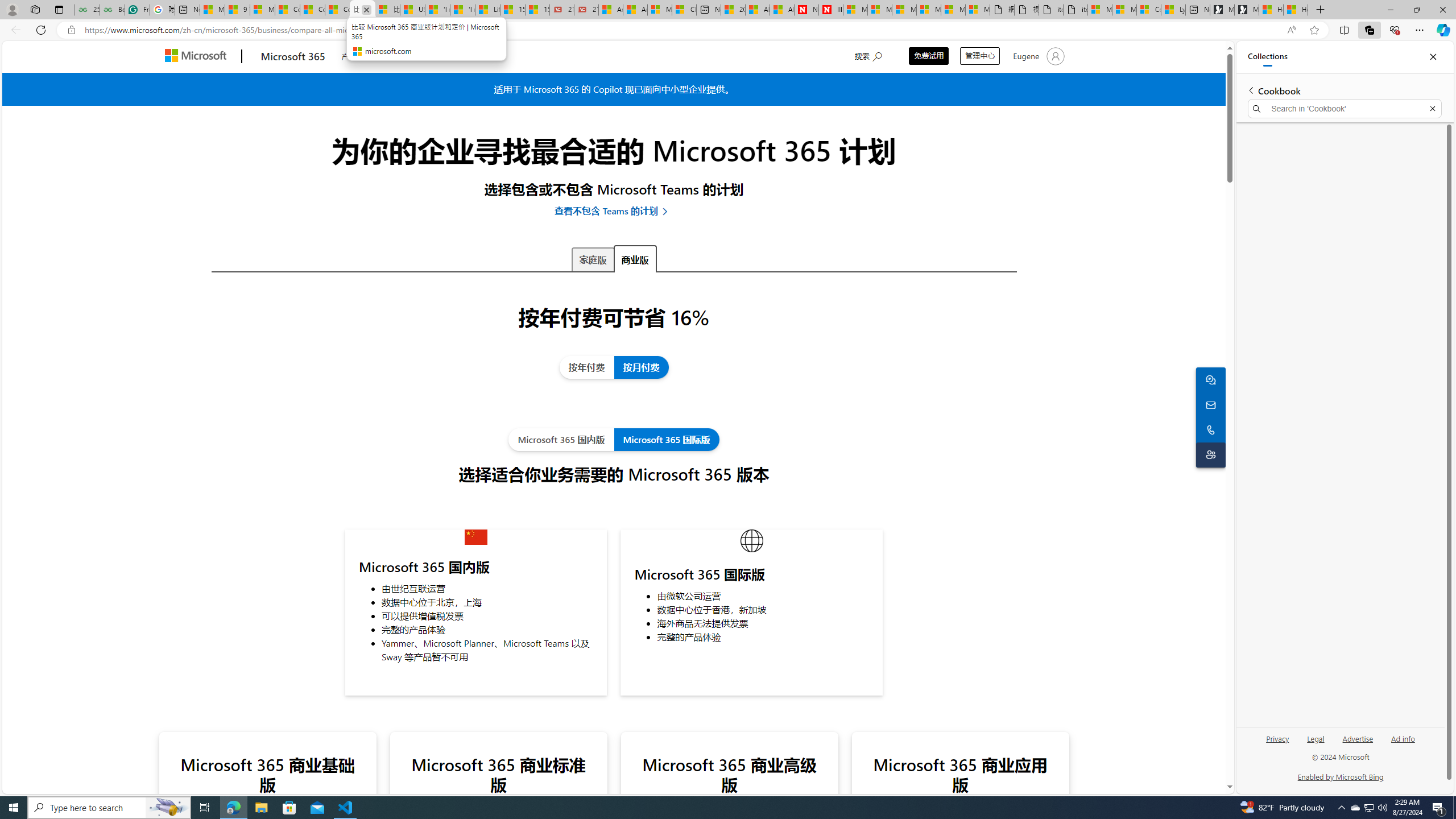  What do you see at coordinates (1433, 109) in the screenshot?
I see `'Exit search'` at bounding box center [1433, 109].